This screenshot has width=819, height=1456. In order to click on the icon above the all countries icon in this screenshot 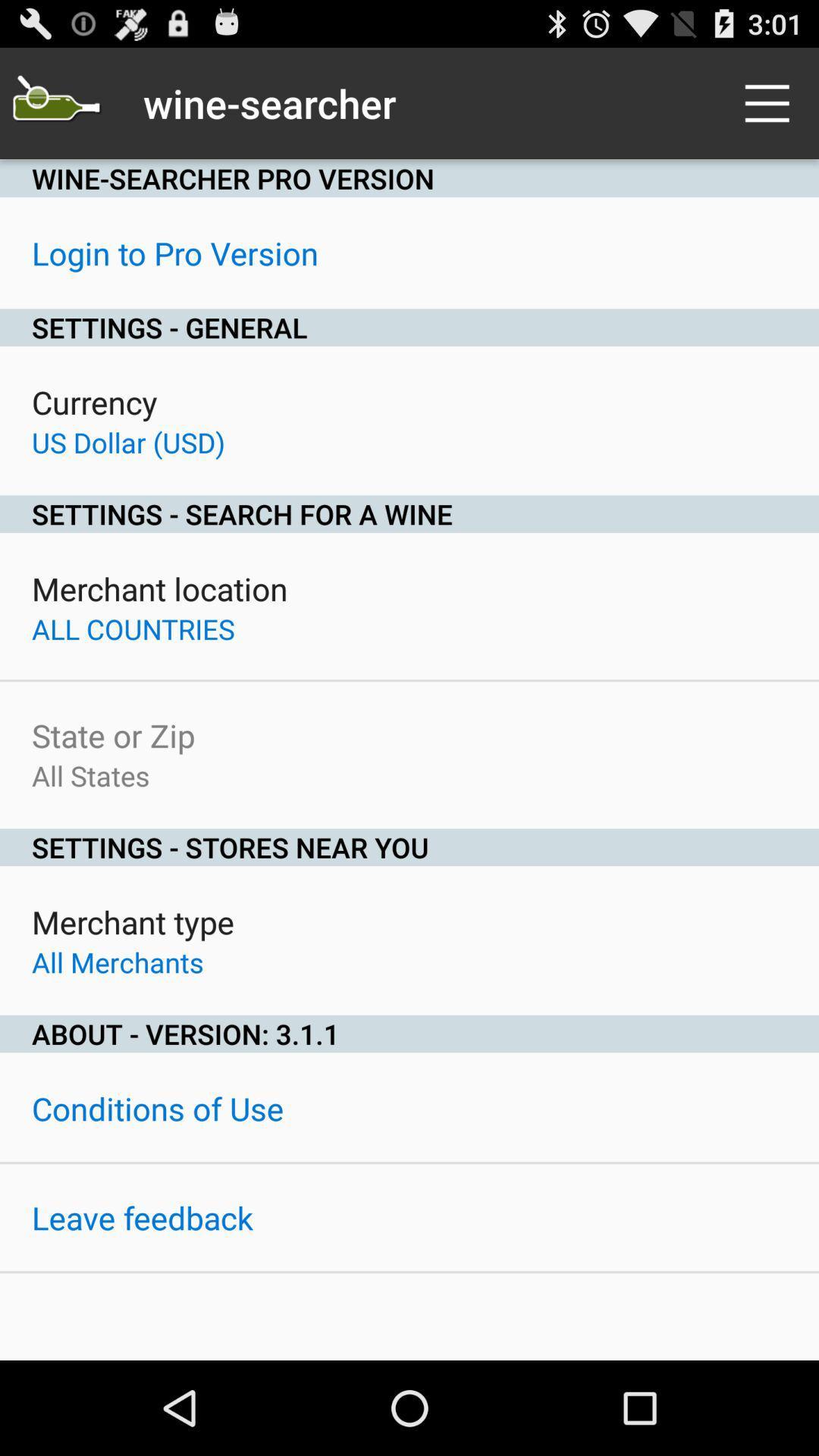, I will do `click(159, 588)`.